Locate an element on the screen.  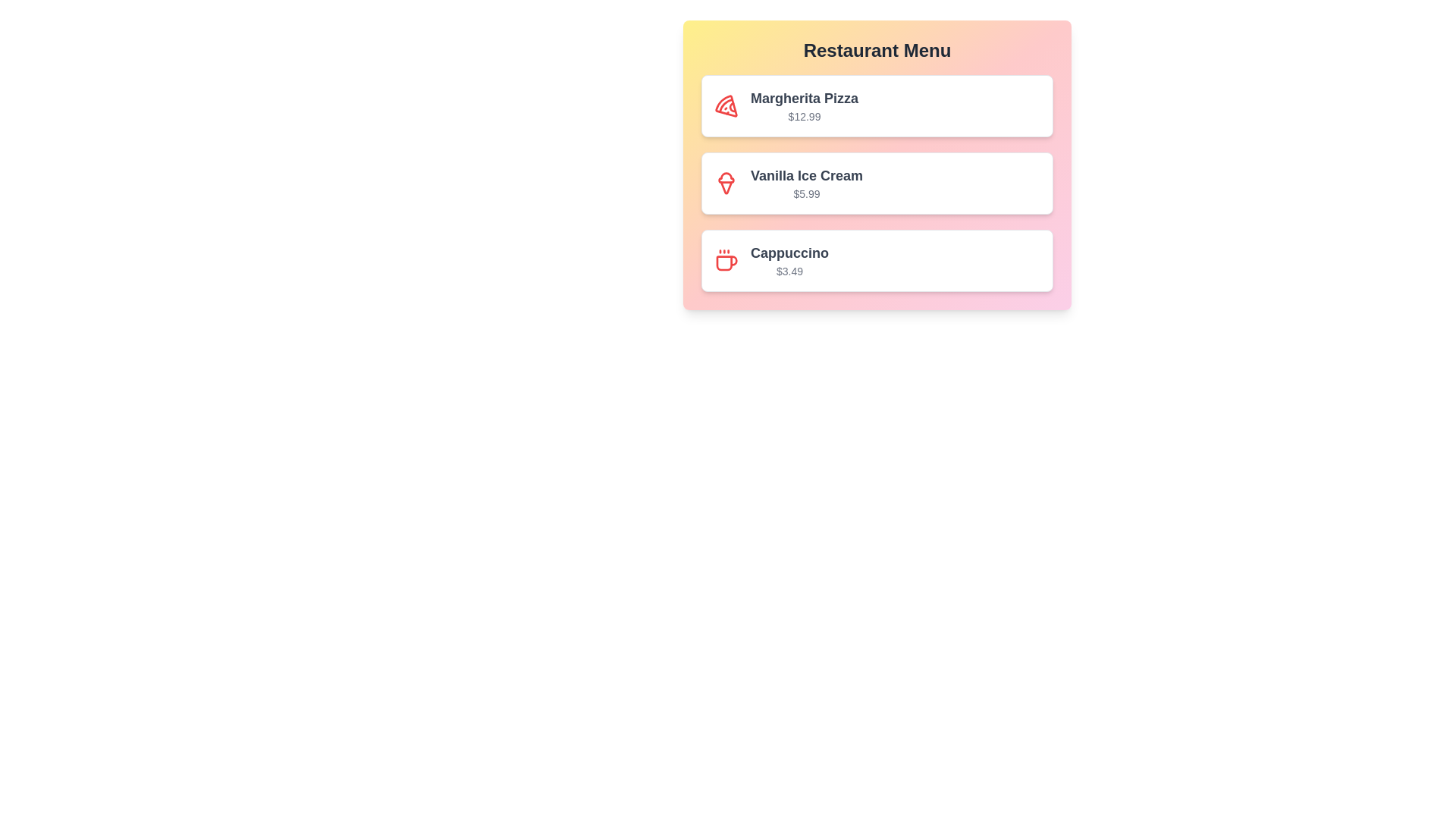
the menu item corresponding to Margherita Pizza is located at coordinates (877, 105).